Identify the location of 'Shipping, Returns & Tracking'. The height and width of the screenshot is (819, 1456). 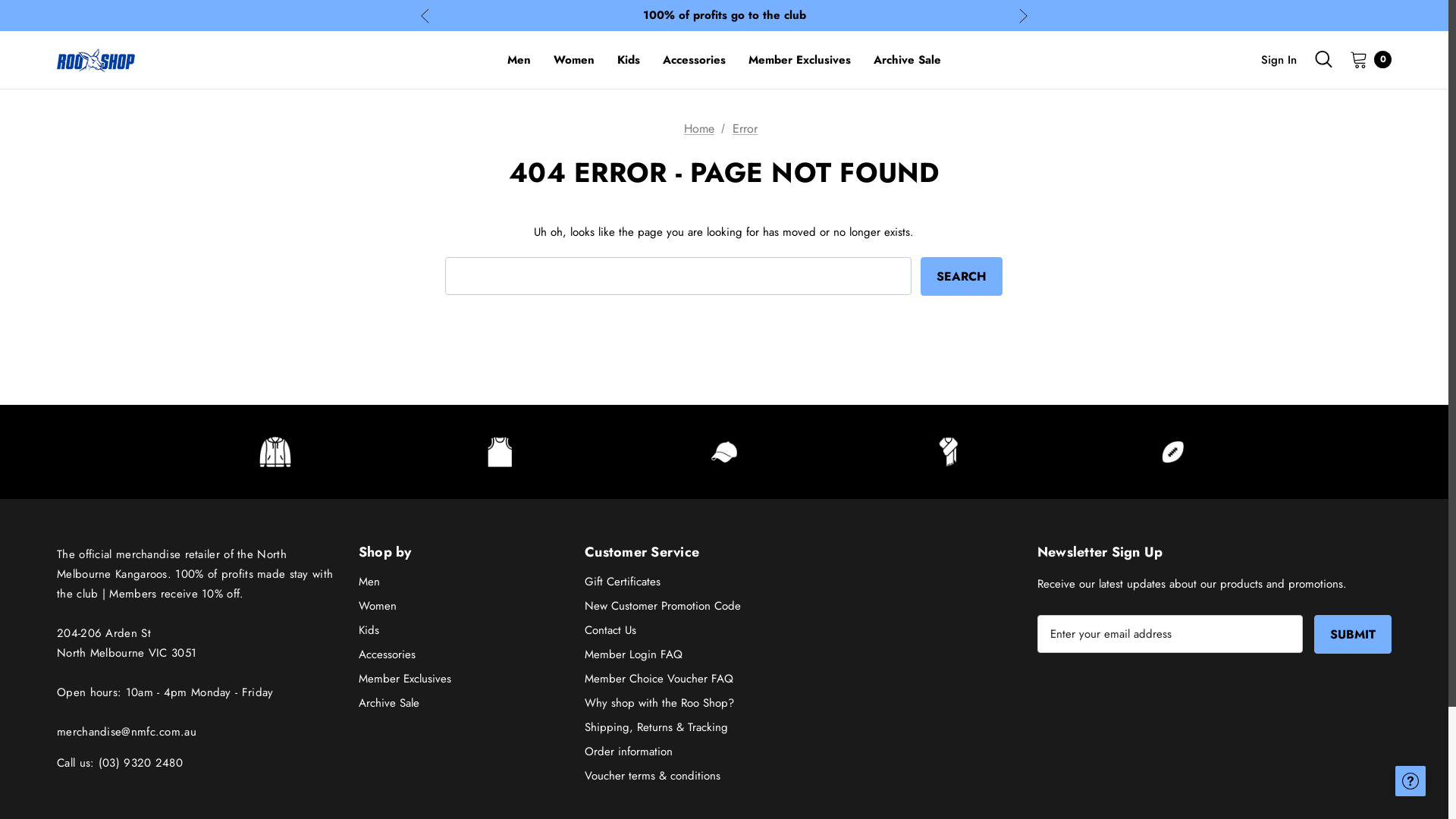
(656, 726).